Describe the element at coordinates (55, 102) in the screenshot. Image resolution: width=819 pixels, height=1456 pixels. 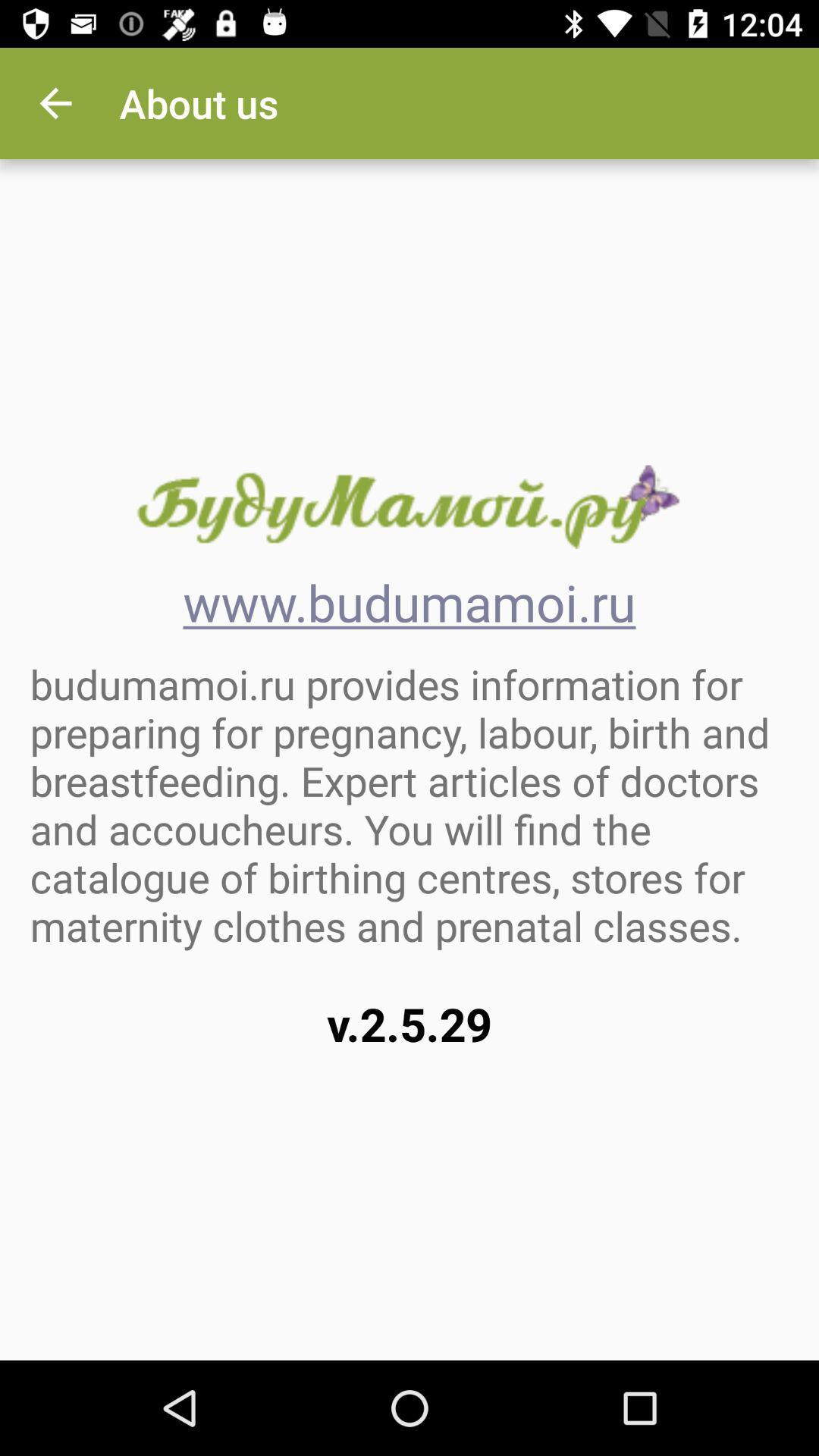
I see `the item next to the about us icon` at that location.